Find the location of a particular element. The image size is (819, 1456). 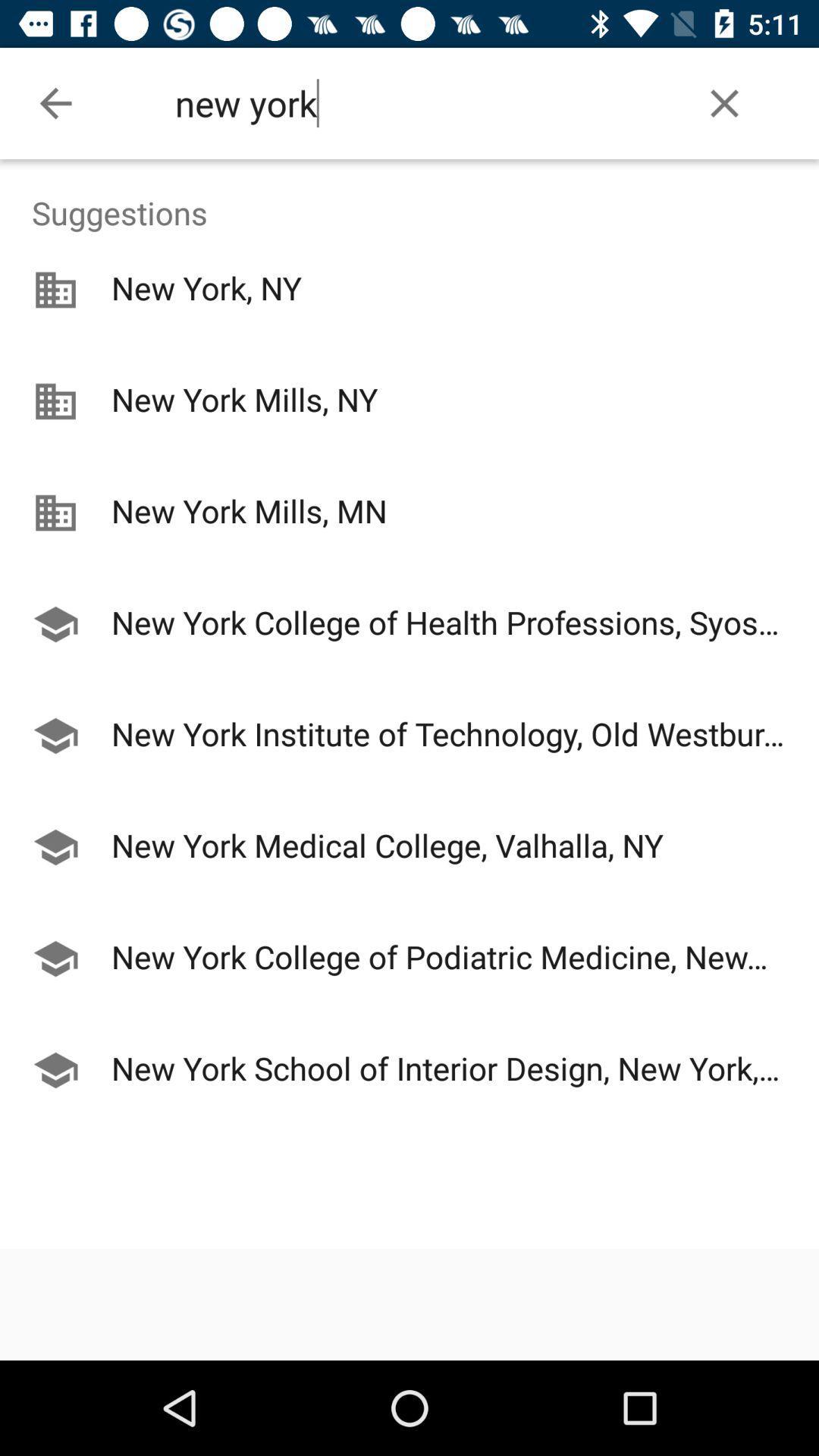

the icon above the suggestions is located at coordinates (723, 102).